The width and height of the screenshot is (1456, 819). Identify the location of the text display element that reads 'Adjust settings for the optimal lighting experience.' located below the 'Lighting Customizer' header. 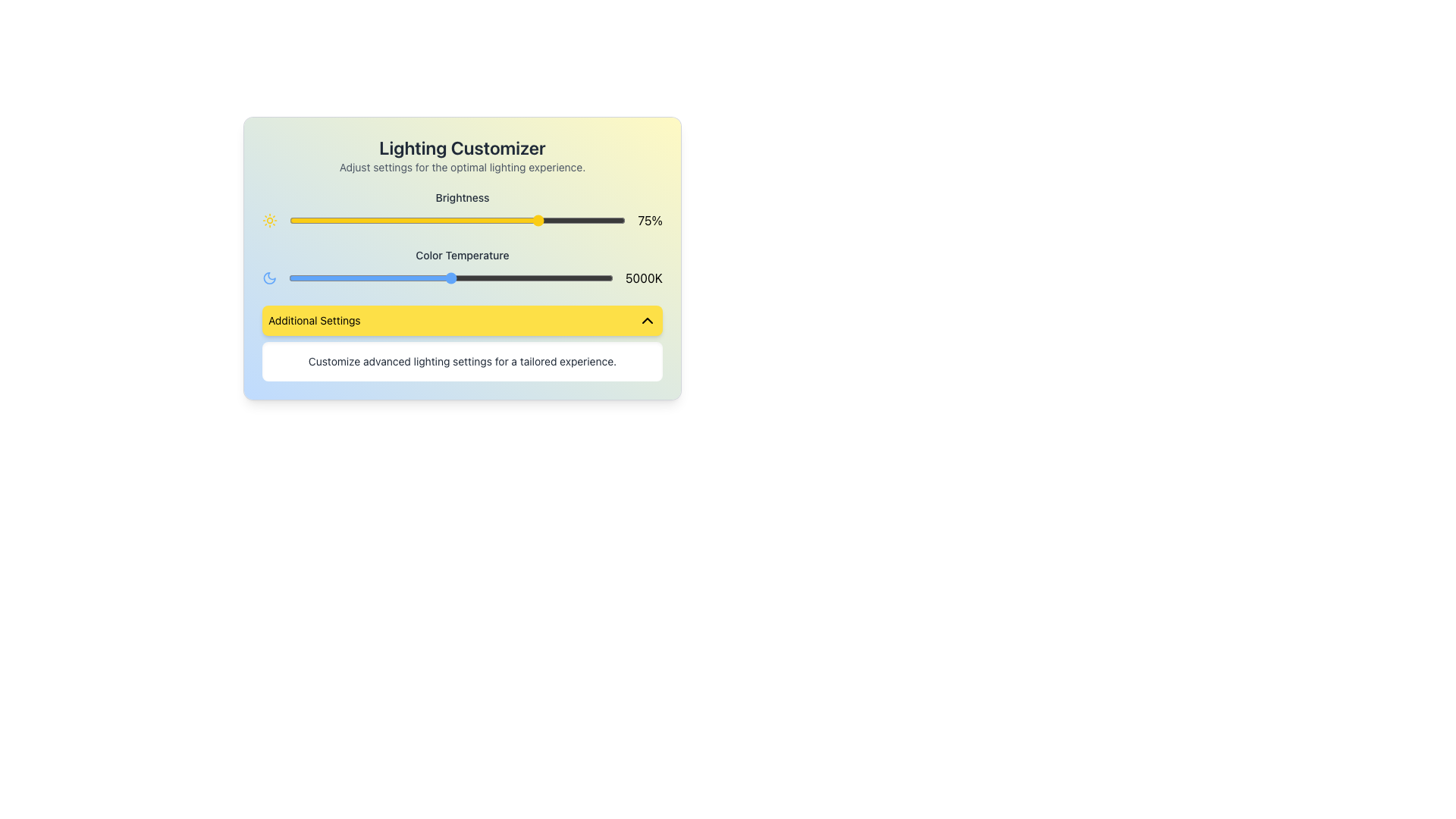
(461, 167).